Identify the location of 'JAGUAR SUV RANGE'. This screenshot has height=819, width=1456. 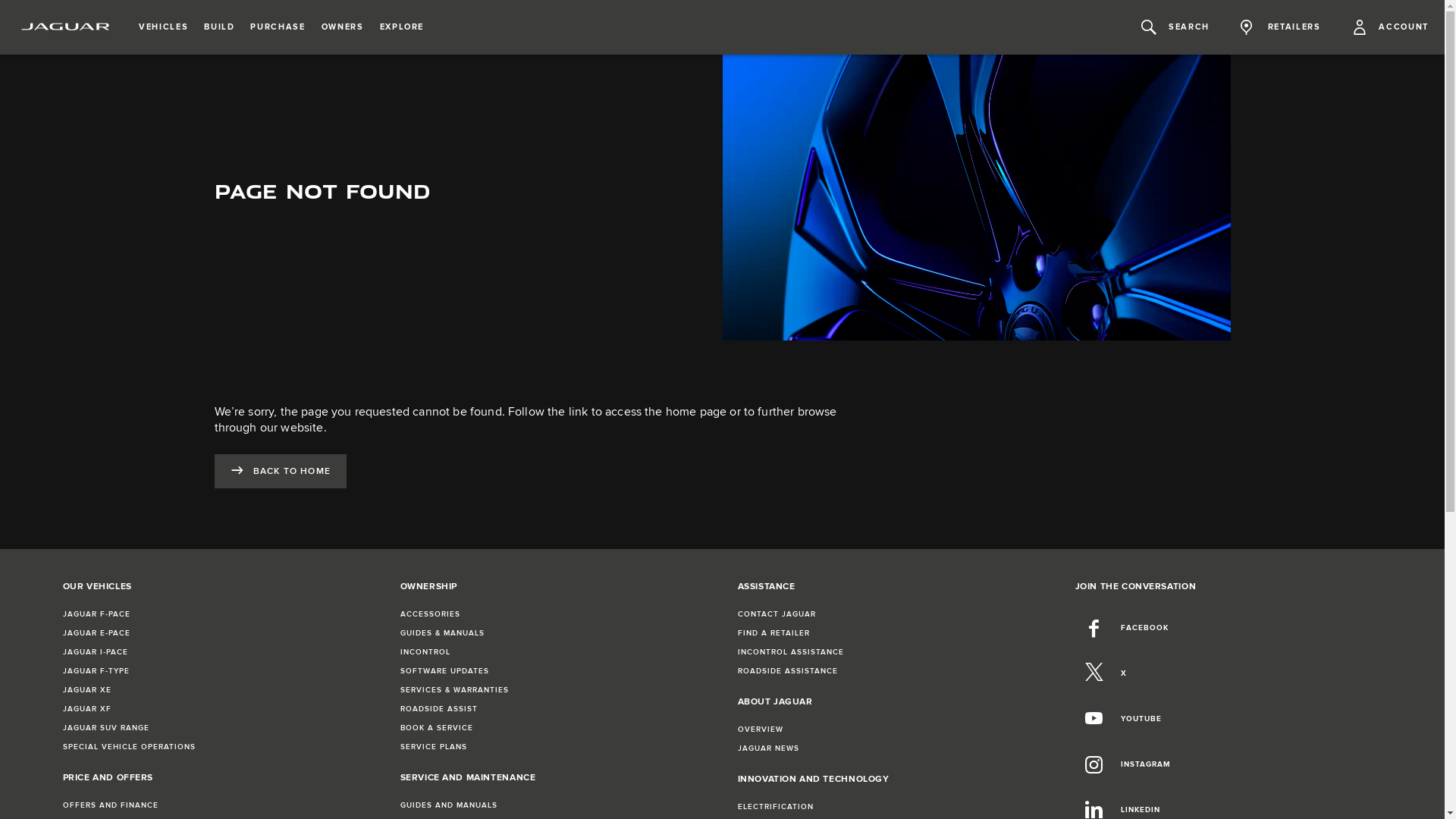
(105, 727).